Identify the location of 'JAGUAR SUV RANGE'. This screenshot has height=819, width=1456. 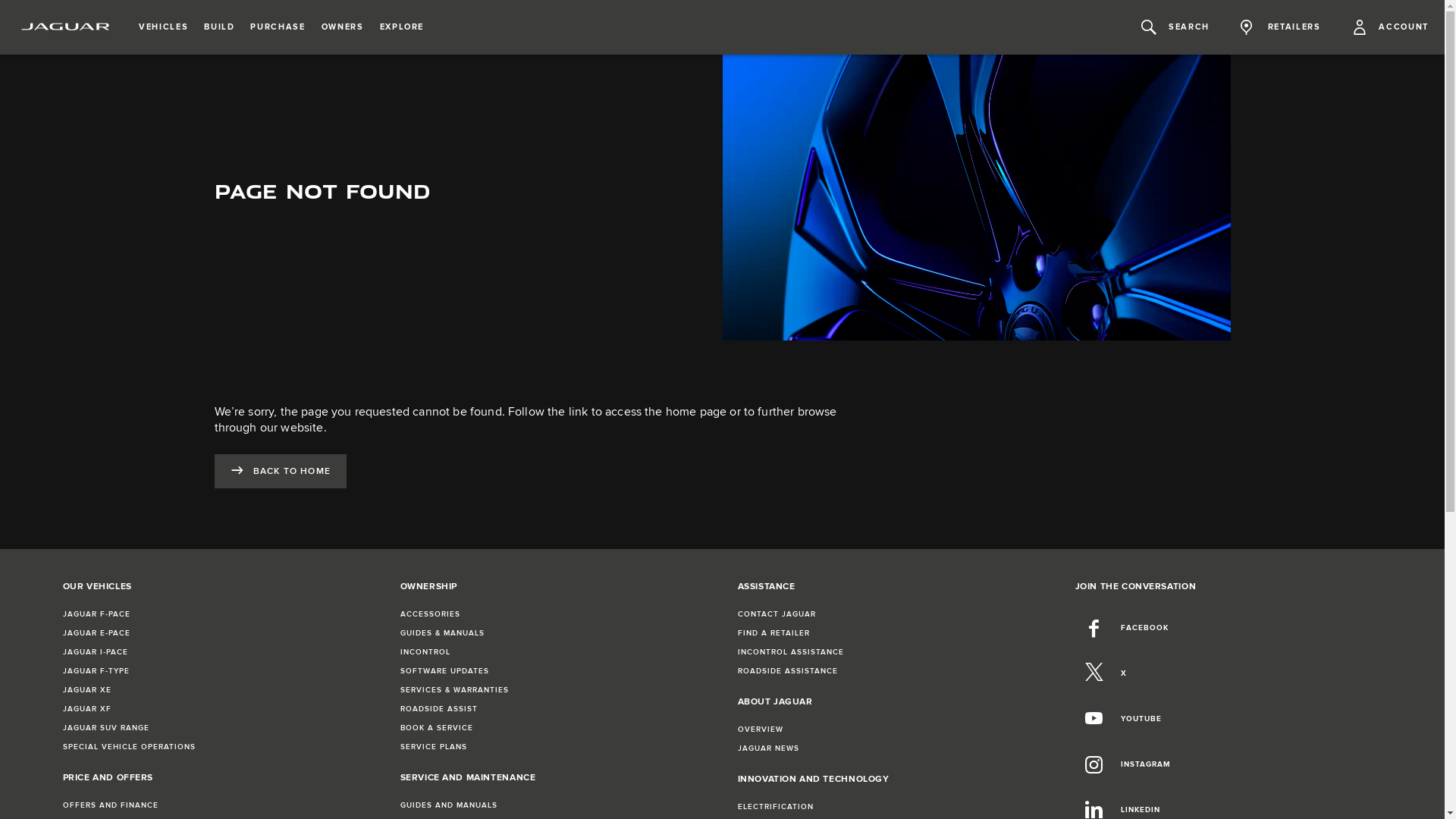
(105, 727).